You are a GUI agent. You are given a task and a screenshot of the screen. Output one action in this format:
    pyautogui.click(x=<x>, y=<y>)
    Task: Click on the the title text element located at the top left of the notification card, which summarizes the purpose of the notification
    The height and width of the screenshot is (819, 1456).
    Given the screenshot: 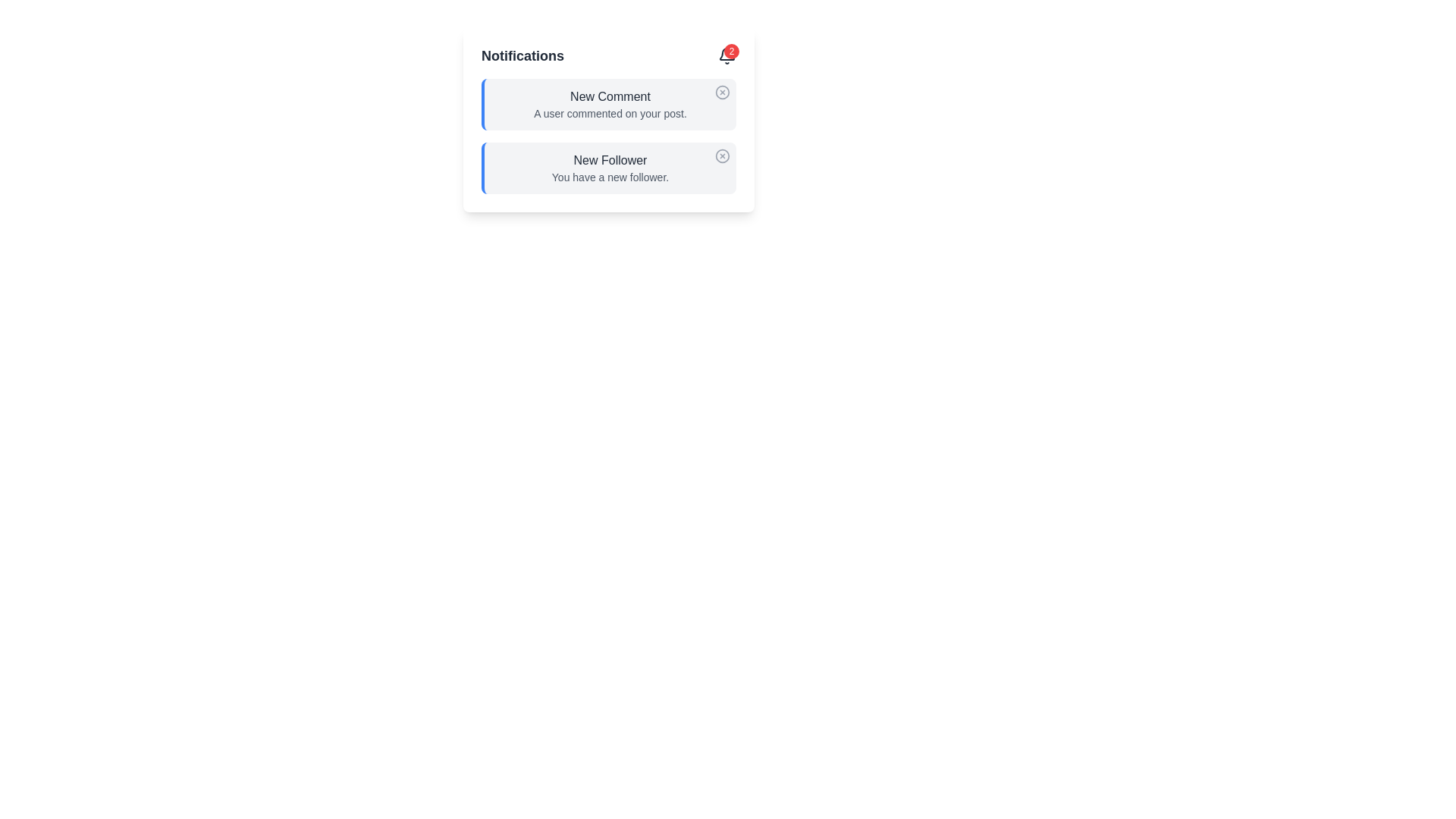 What is the action you would take?
    pyautogui.click(x=610, y=96)
    